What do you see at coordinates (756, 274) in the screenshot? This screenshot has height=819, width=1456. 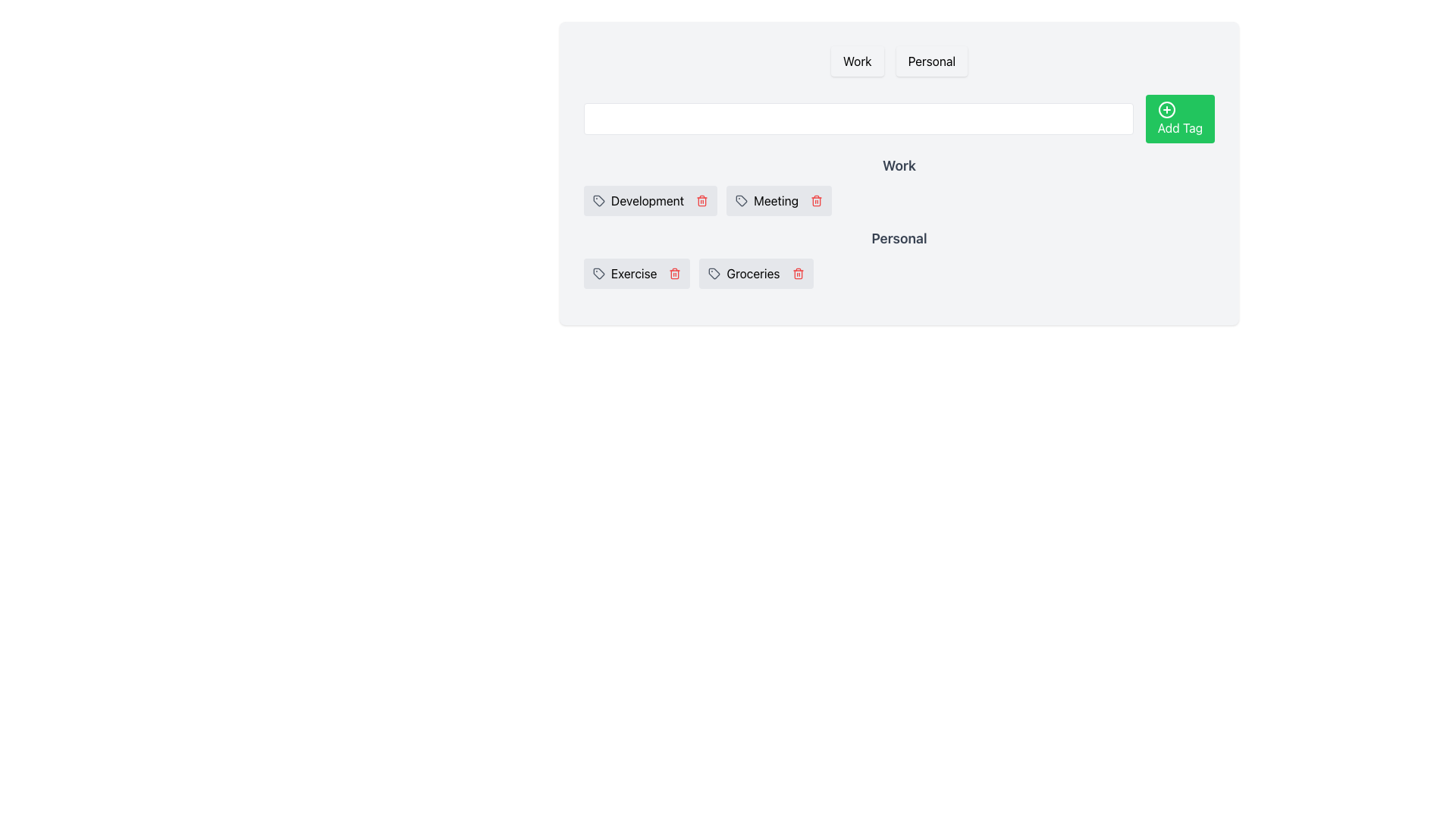 I see `the delete icon on the second tag in the 'Personal' section` at bounding box center [756, 274].